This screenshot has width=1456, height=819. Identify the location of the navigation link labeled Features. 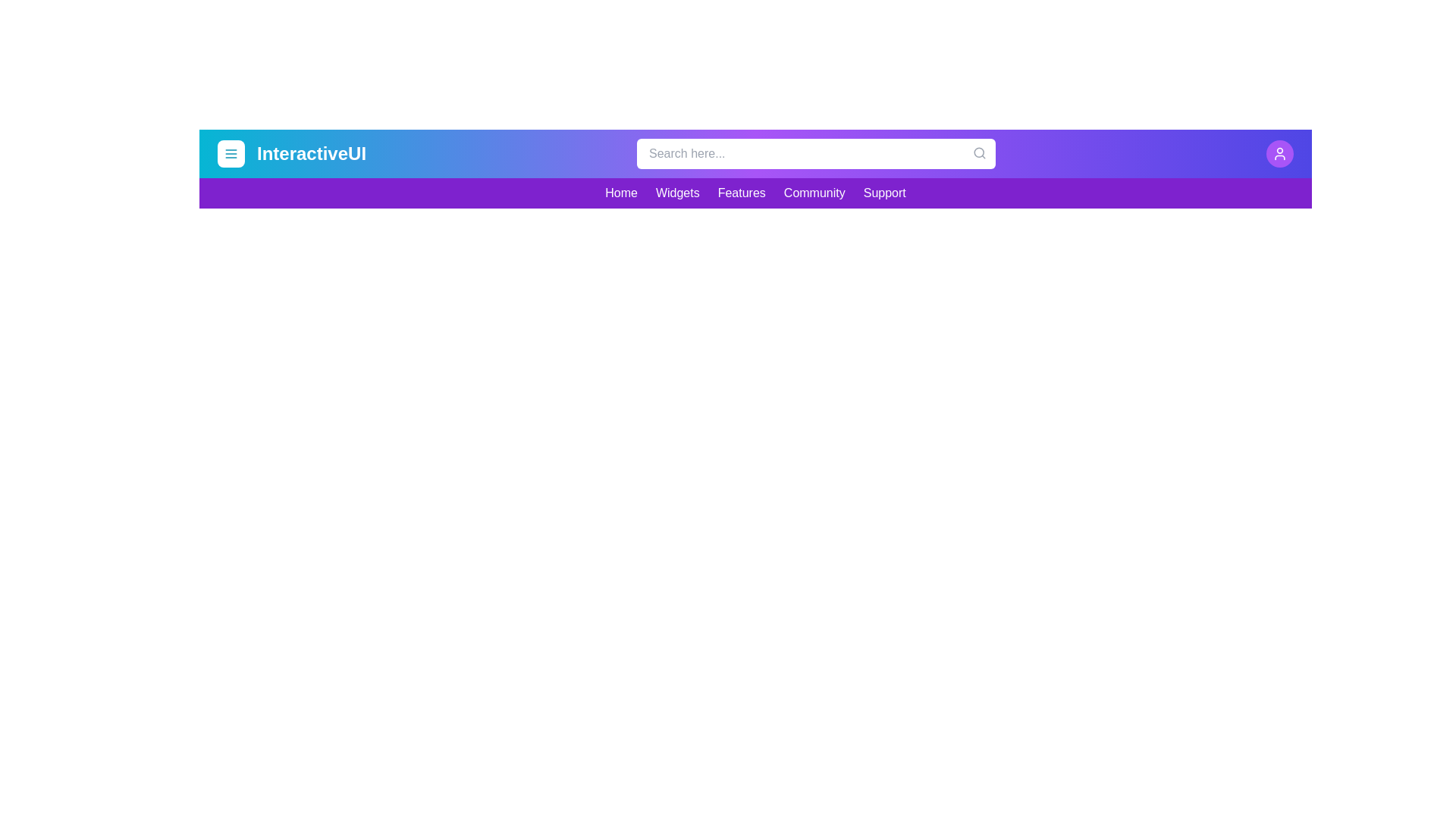
(742, 192).